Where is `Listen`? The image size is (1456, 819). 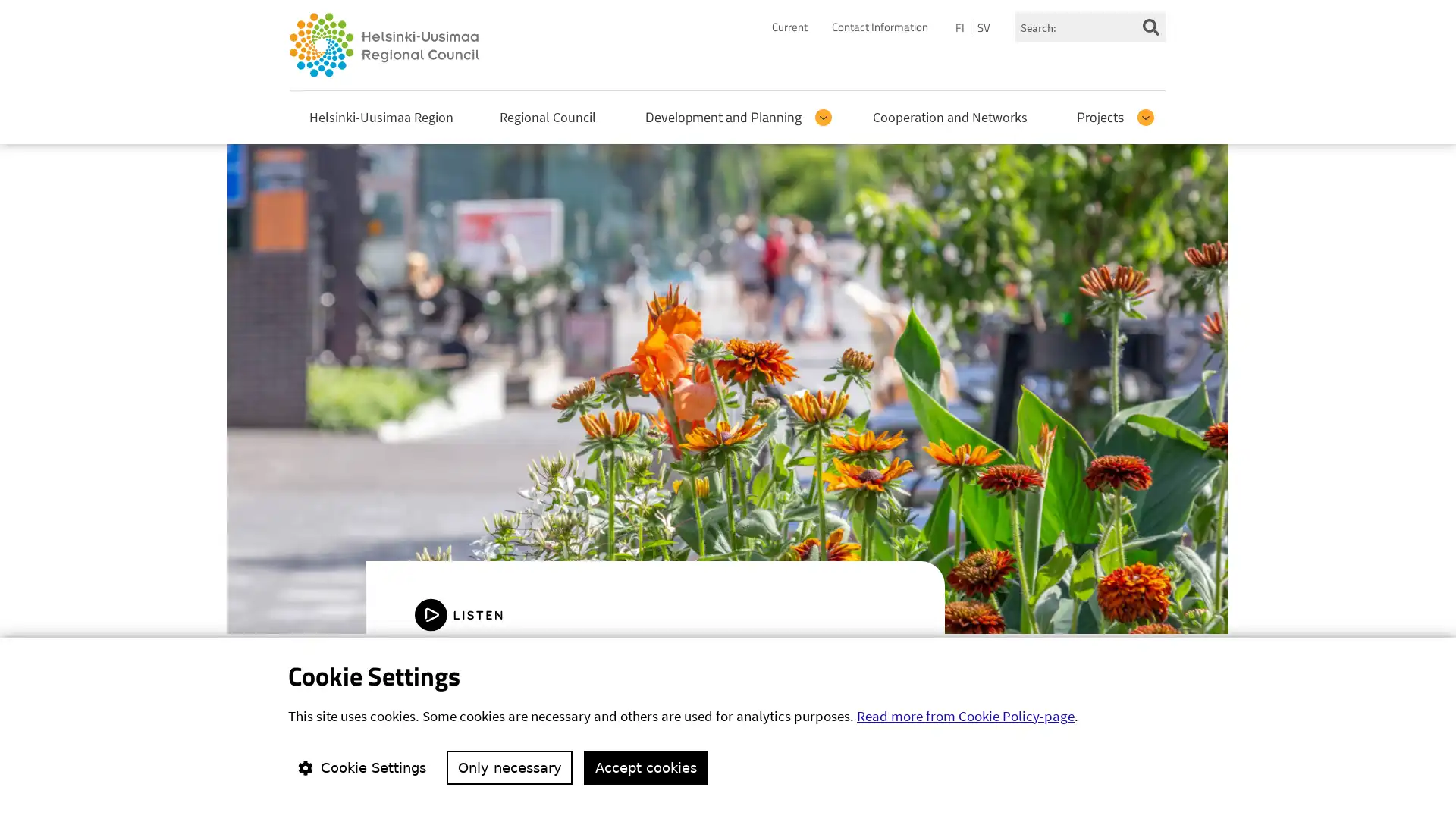 Listen is located at coordinates (471, 614).